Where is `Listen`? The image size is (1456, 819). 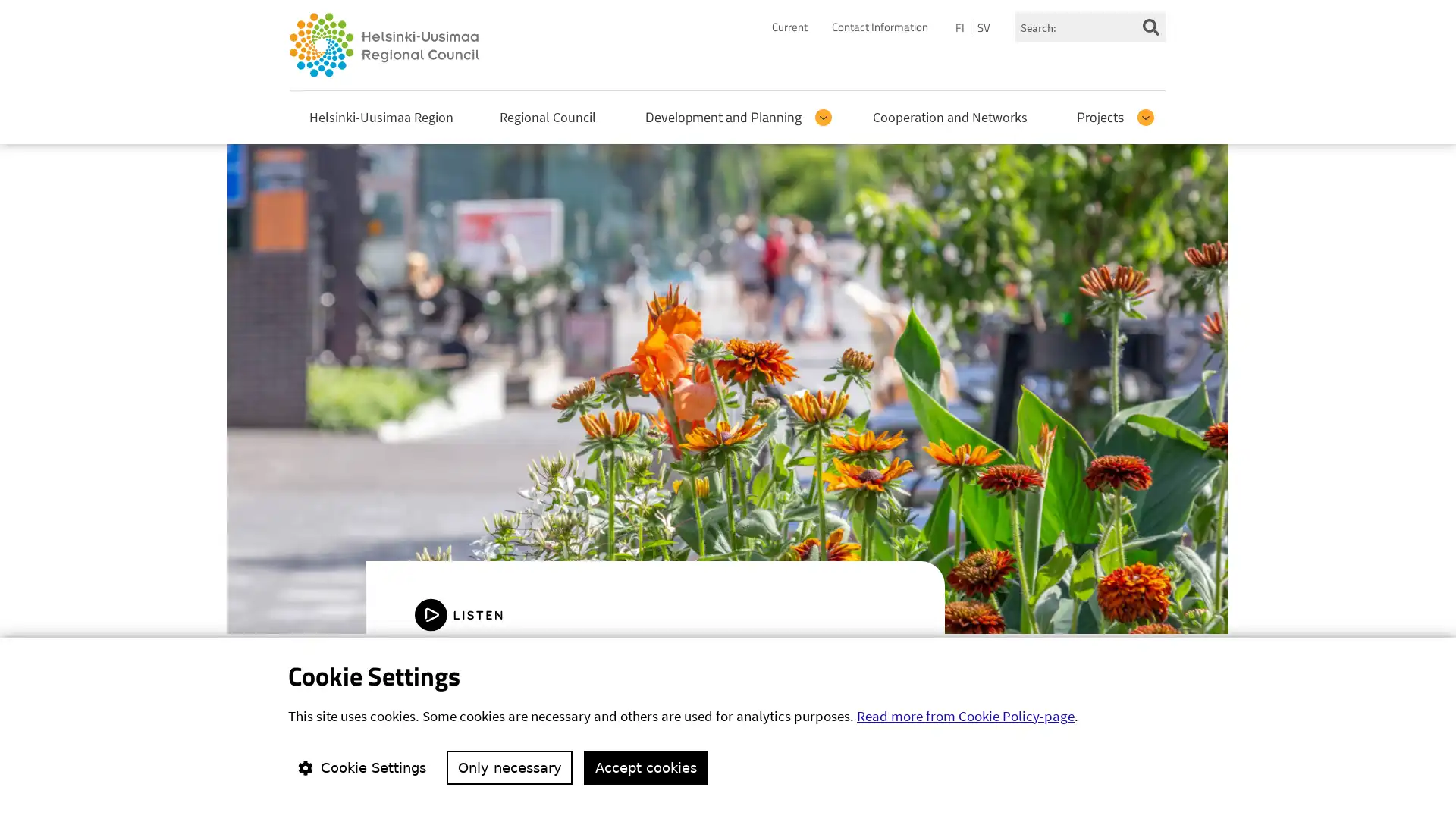 Listen is located at coordinates (471, 614).